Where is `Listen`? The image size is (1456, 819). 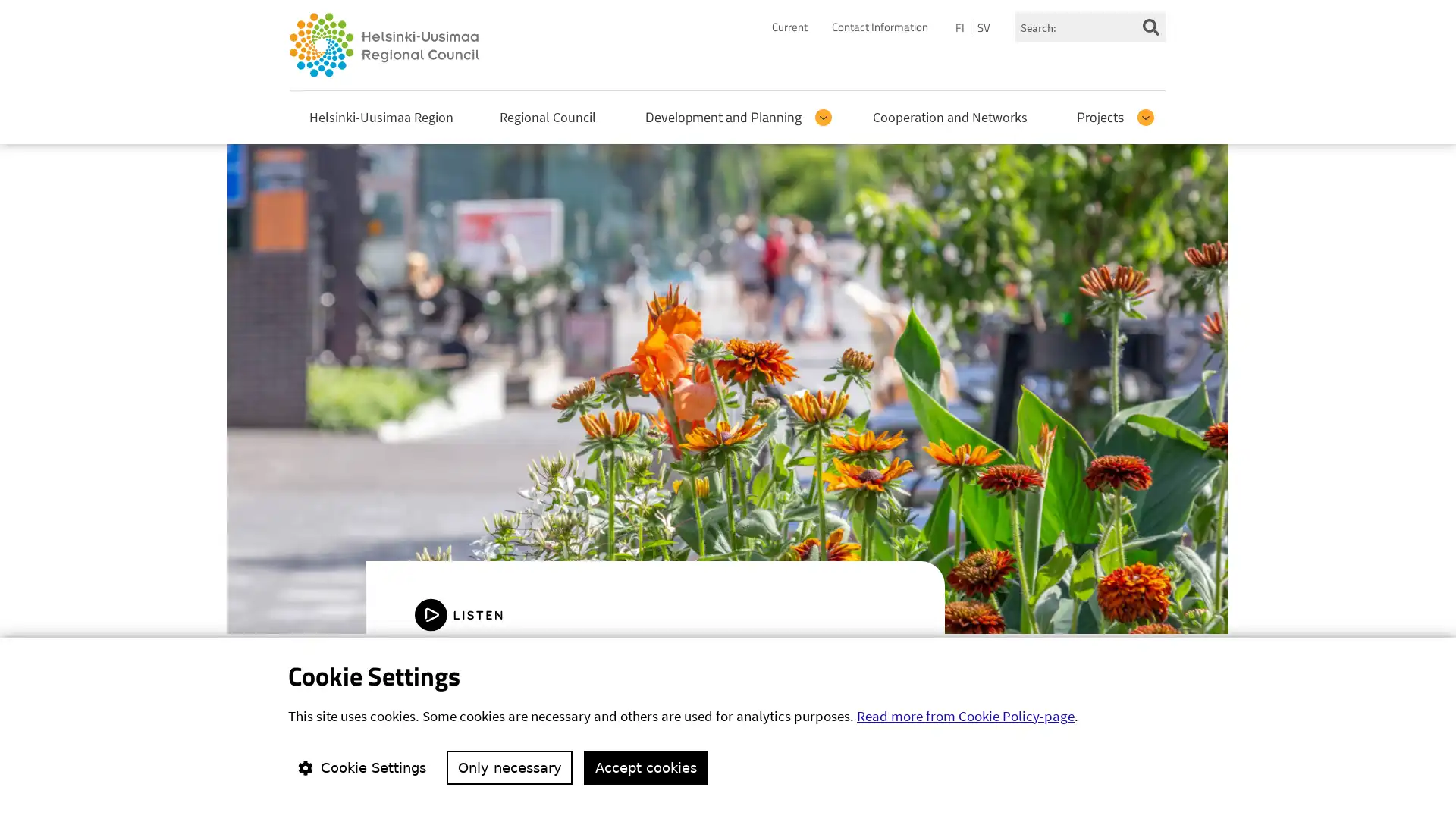 Listen is located at coordinates (471, 614).